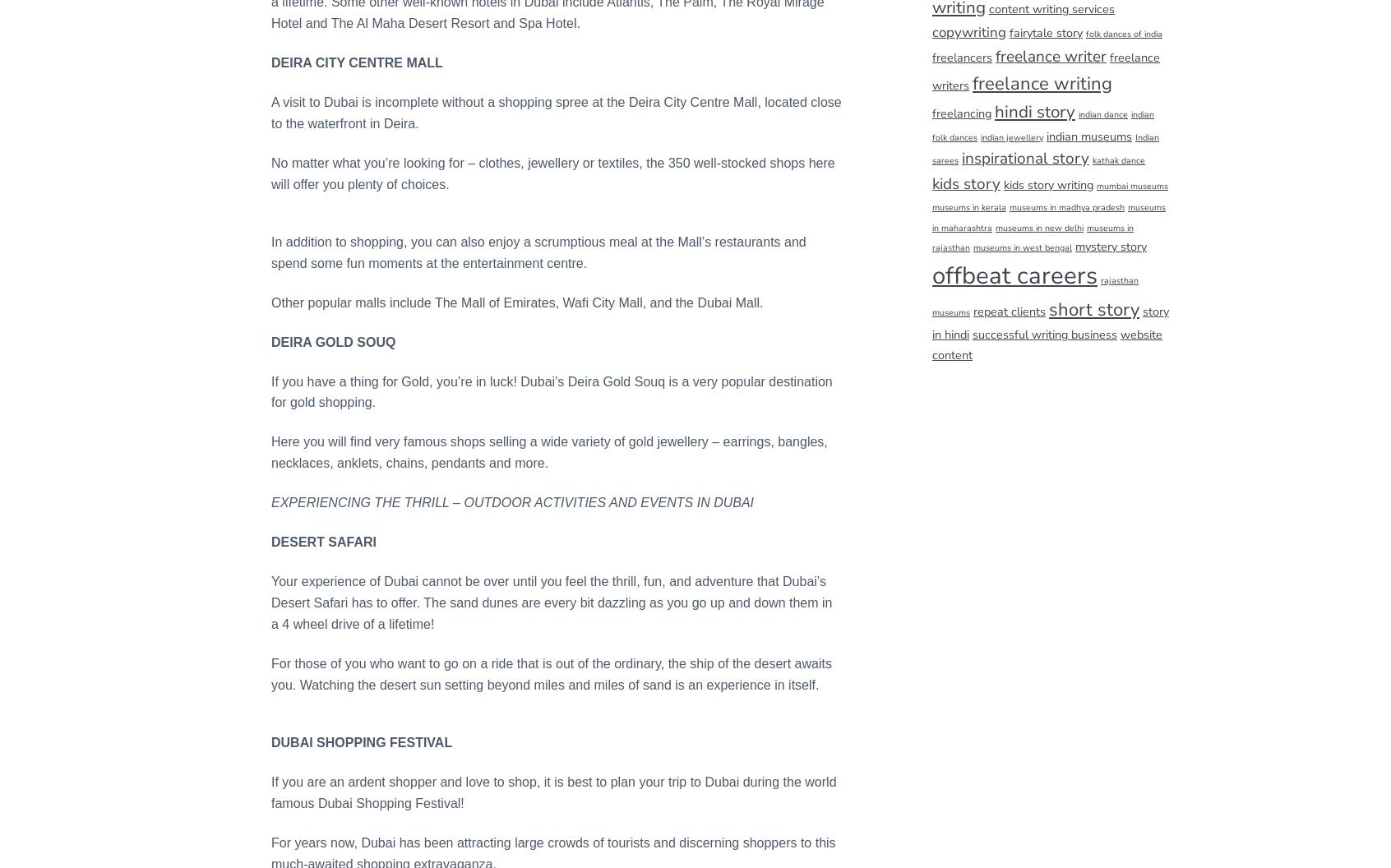 This screenshot has width=1391, height=868. What do you see at coordinates (1093, 308) in the screenshot?
I see `'short story'` at bounding box center [1093, 308].